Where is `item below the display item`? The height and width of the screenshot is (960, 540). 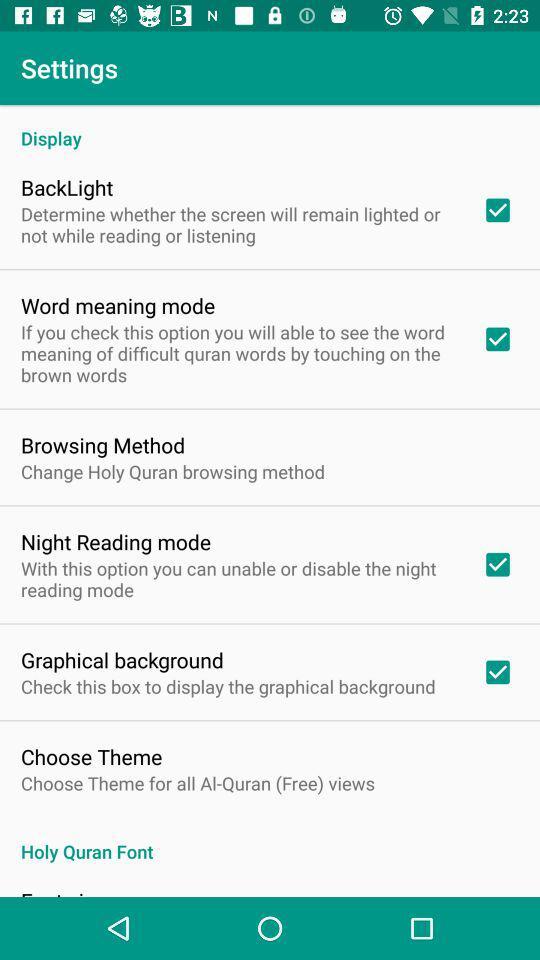
item below the display item is located at coordinates (67, 187).